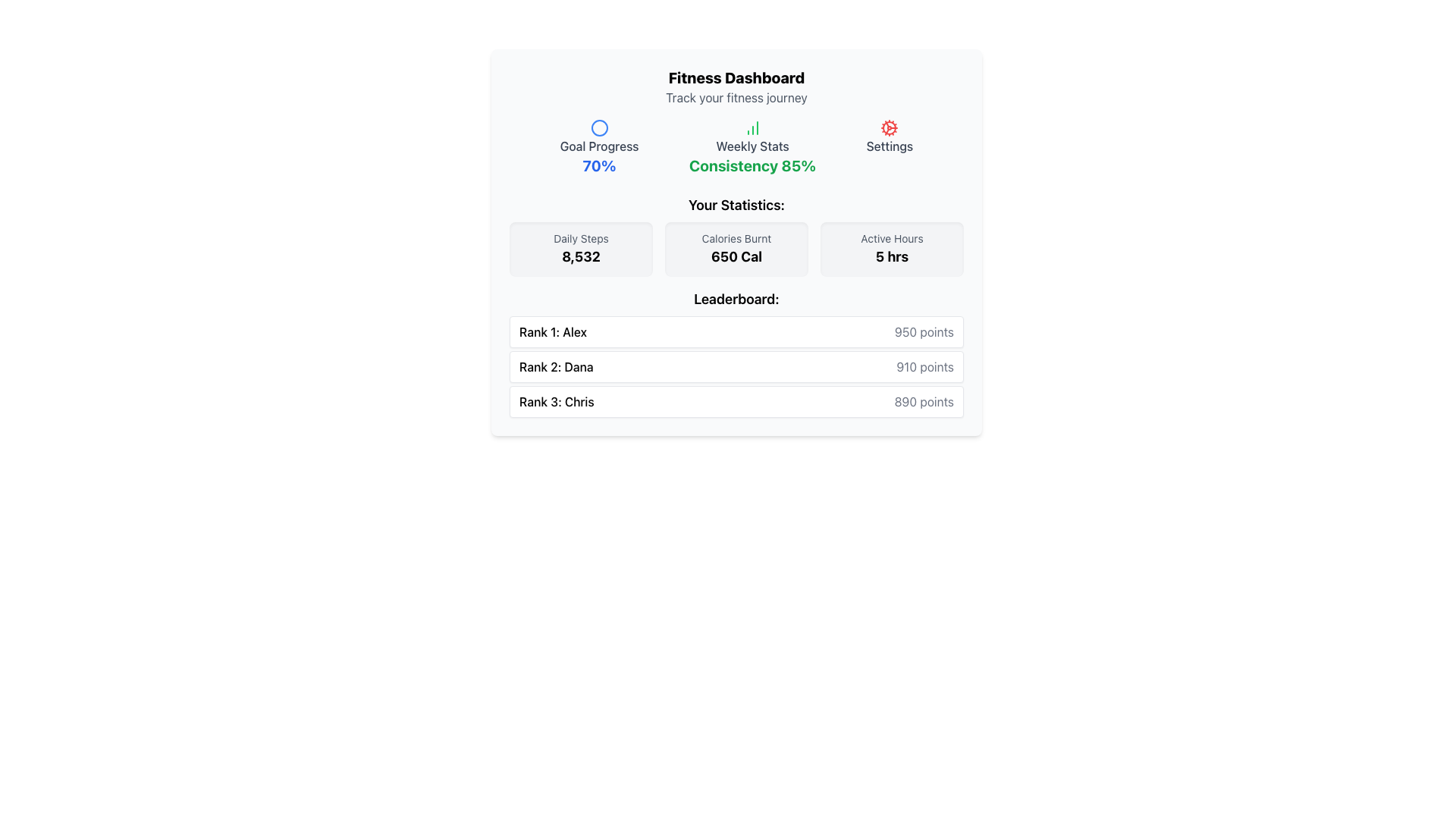  Describe the element at coordinates (736, 236) in the screenshot. I see `the 'Calories Burnt' section of the fitness stat card, which is positioned beneath the 'Your Statistics:' heading and is the third major section in the layout` at that location.